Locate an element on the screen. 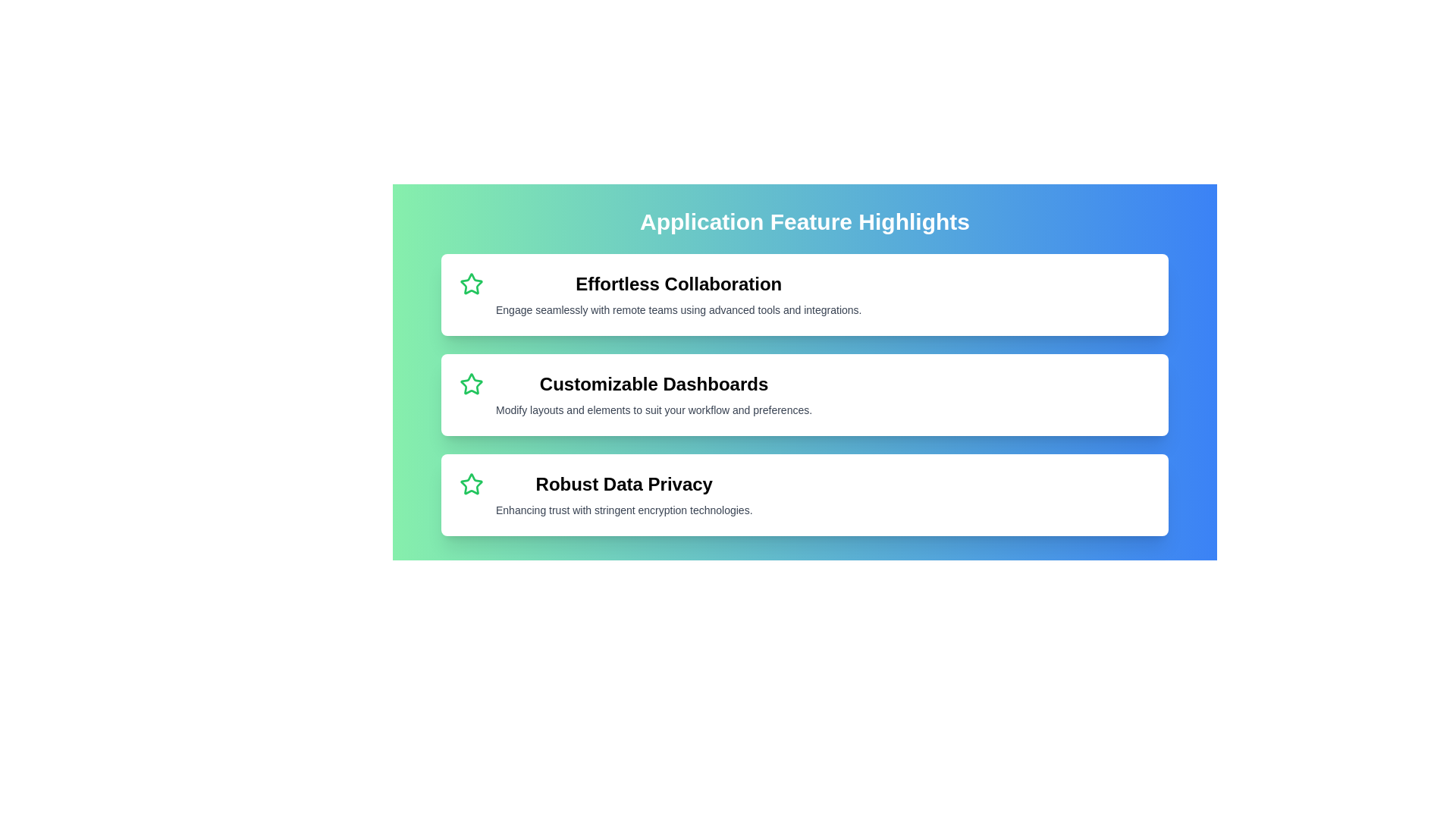 The width and height of the screenshot is (1456, 819). information contained in the middle Information Card titled 'Customizable Dashboards', which describes the feature and its benefits is located at coordinates (804, 394).